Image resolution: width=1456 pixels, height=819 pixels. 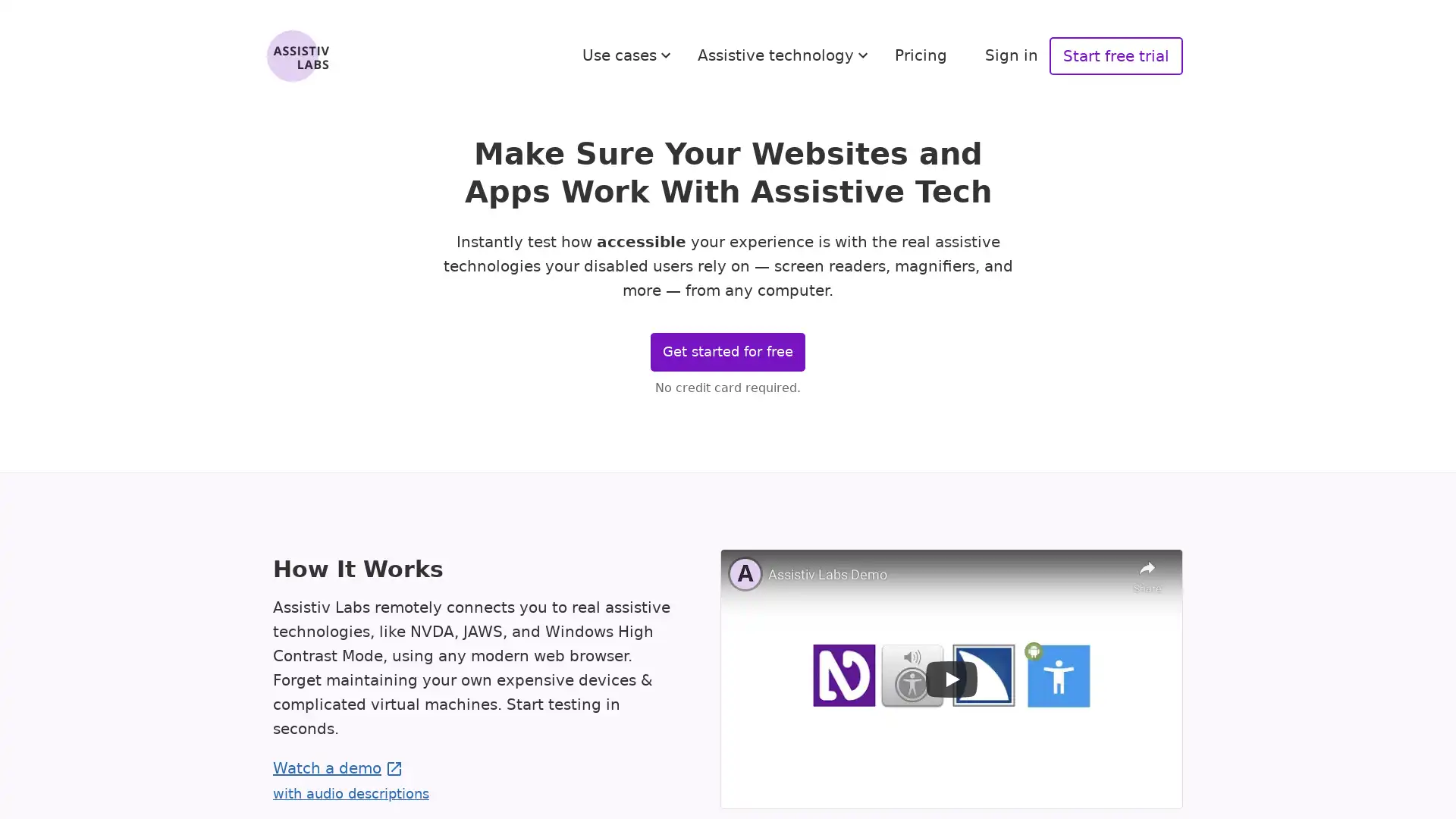 I want to click on Assistive technology, so click(x=785, y=55).